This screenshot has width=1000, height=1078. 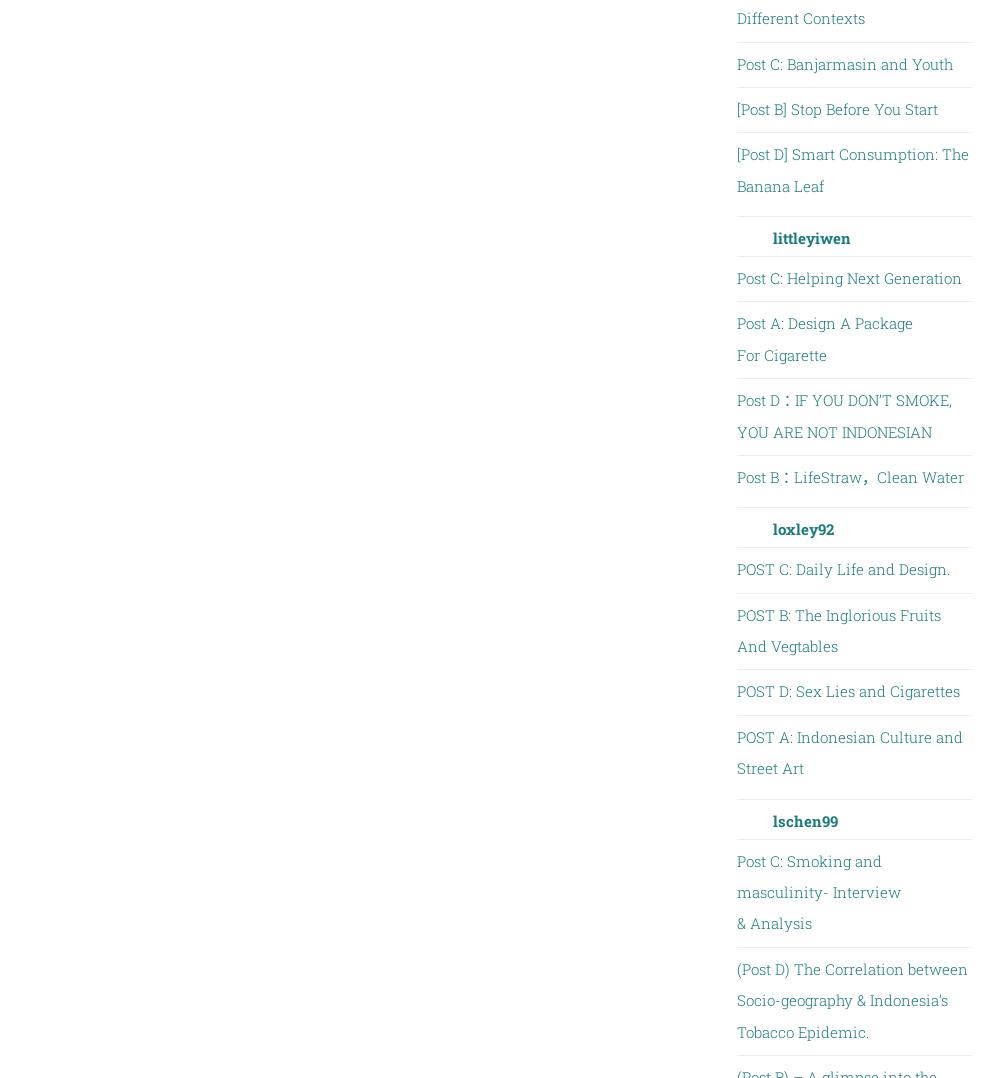 I want to click on '(Post D) The Correlation between Socio-geography &  Indonesia’s Tobacco Epidemic.', so click(x=735, y=999).